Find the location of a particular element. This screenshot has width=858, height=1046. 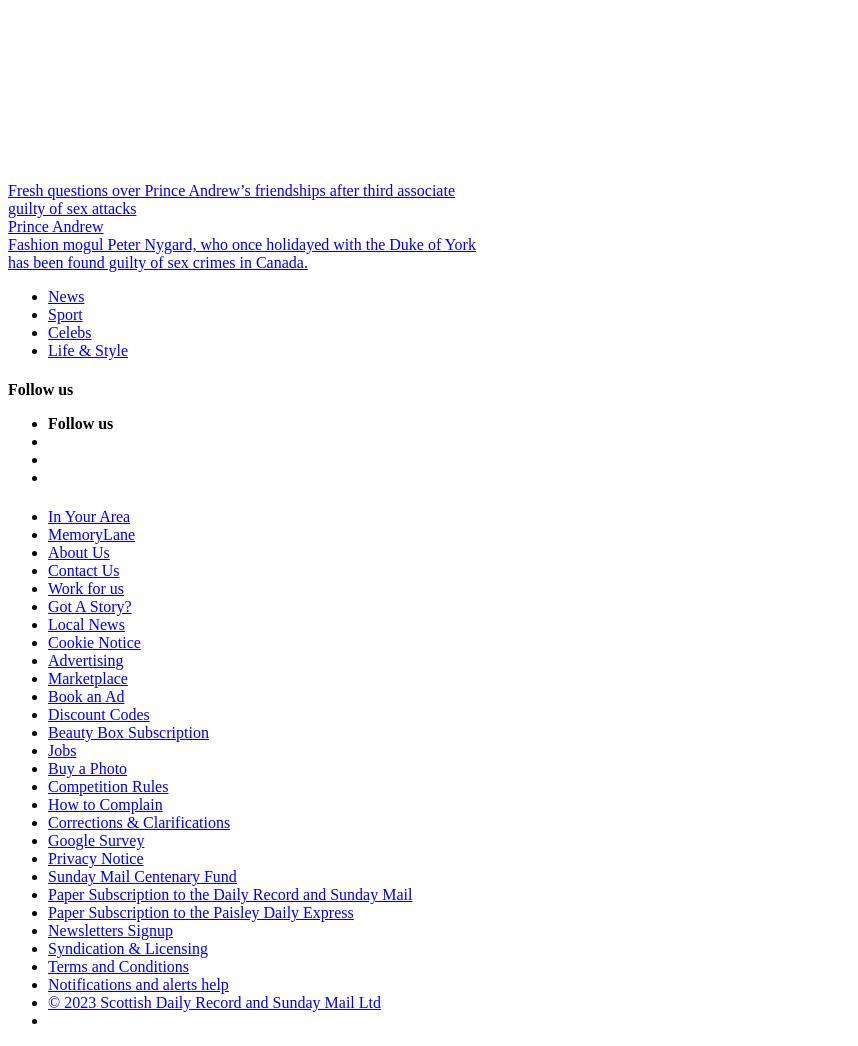

'About Us' is located at coordinates (77, 551).